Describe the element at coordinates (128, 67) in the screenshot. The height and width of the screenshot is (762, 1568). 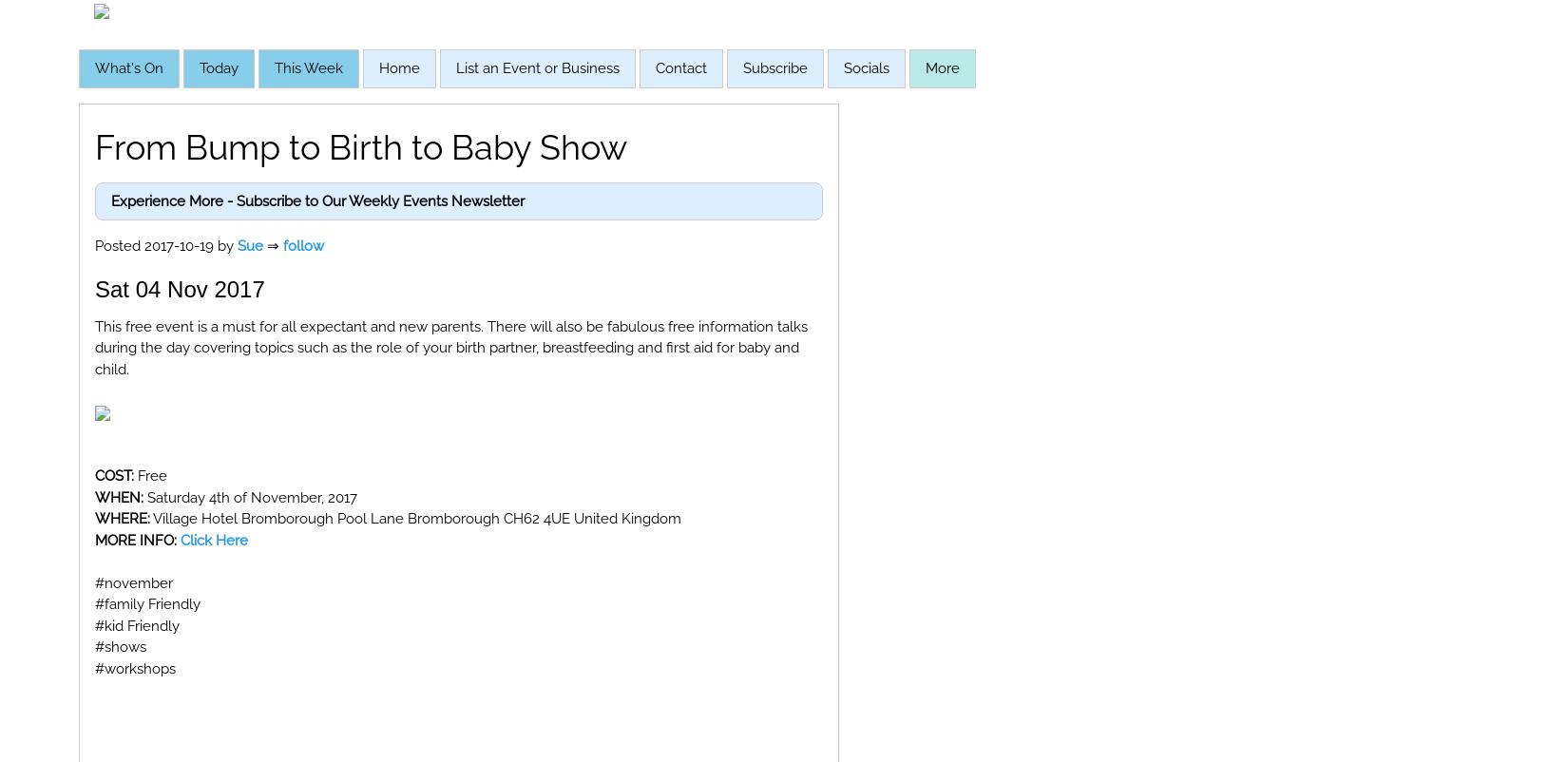
I see `'What's On'` at that location.